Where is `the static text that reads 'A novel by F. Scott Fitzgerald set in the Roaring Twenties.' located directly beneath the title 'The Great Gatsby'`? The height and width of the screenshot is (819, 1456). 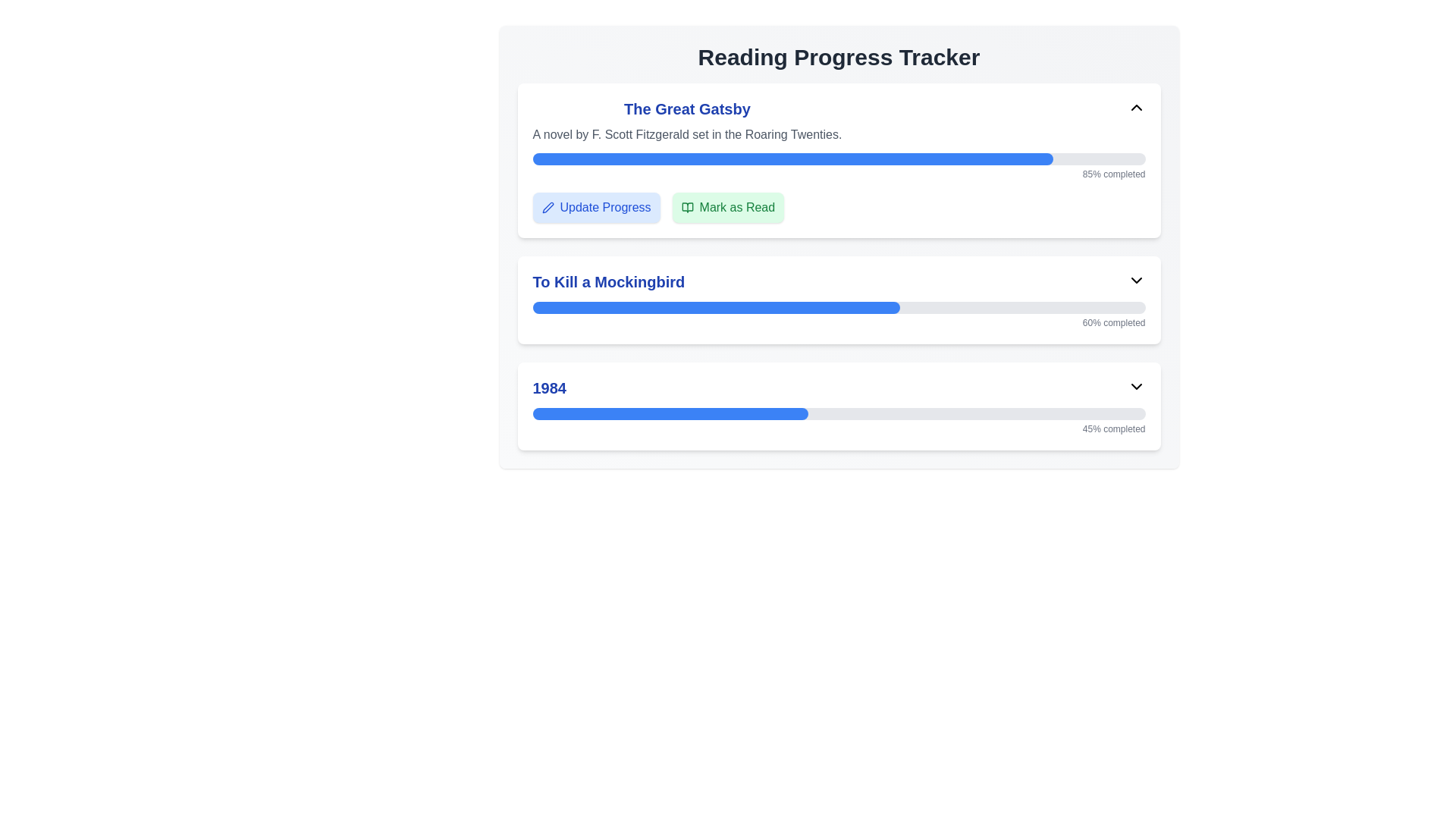 the static text that reads 'A novel by F. Scott Fitzgerald set in the Roaring Twenties.' located directly beneath the title 'The Great Gatsby' is located at coordinates (686, 133).